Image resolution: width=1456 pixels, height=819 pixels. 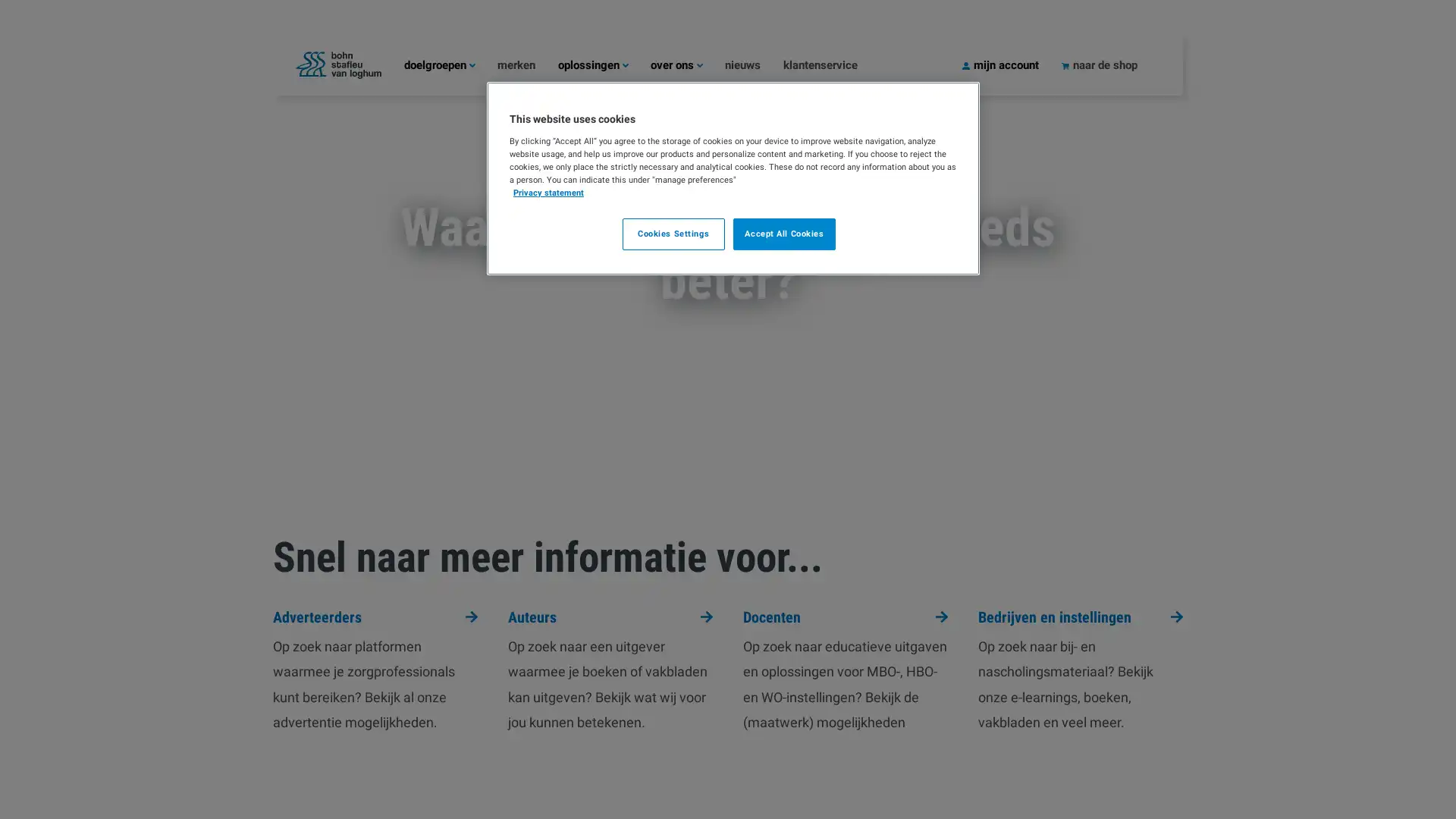 What do you see at coordinates (672, 234) in the screenshot?
I see `Cookies Settings` at bounding box center [672, 234].